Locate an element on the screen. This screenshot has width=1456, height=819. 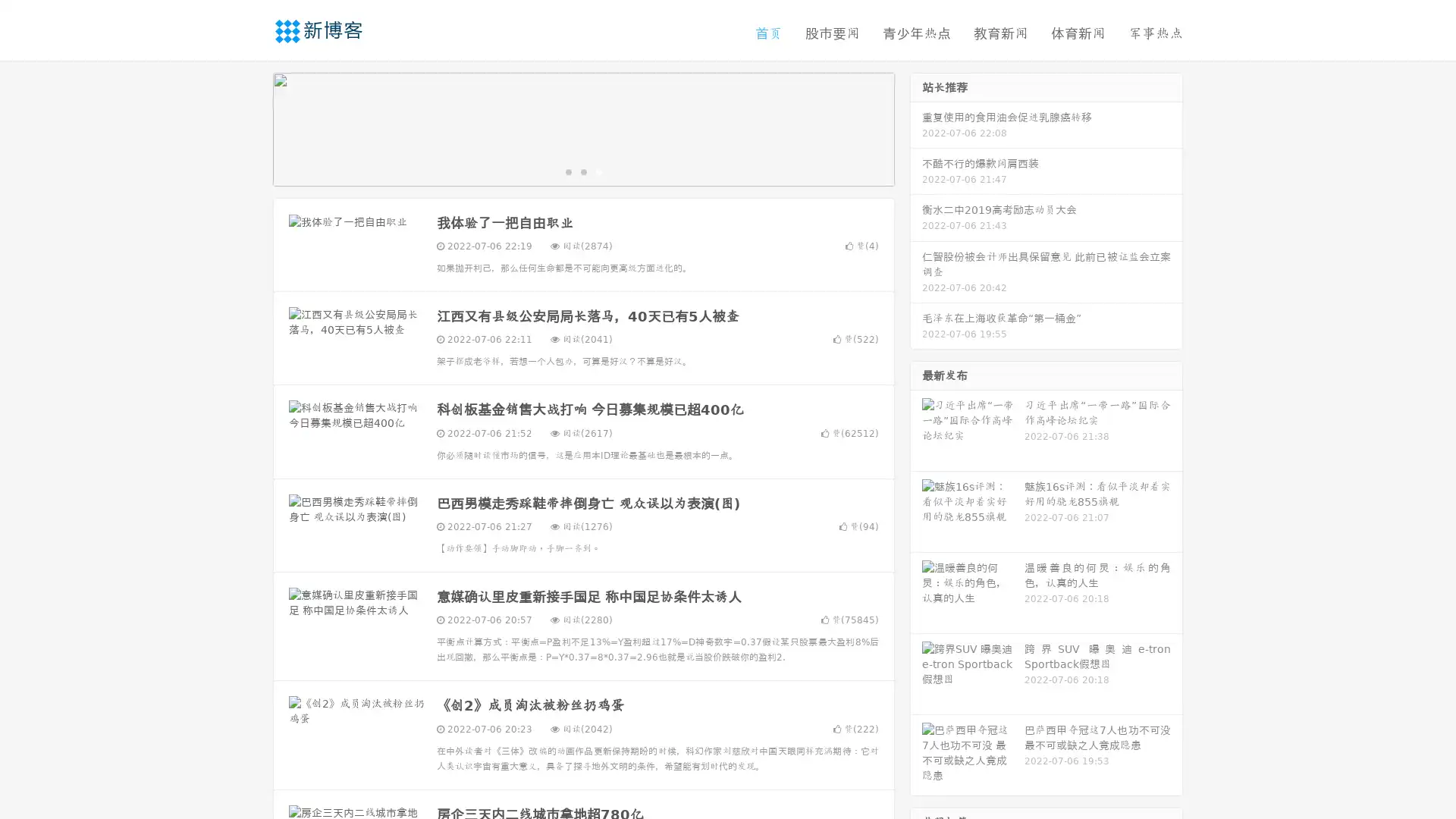
Next slide is located at coordinates (916, 127).